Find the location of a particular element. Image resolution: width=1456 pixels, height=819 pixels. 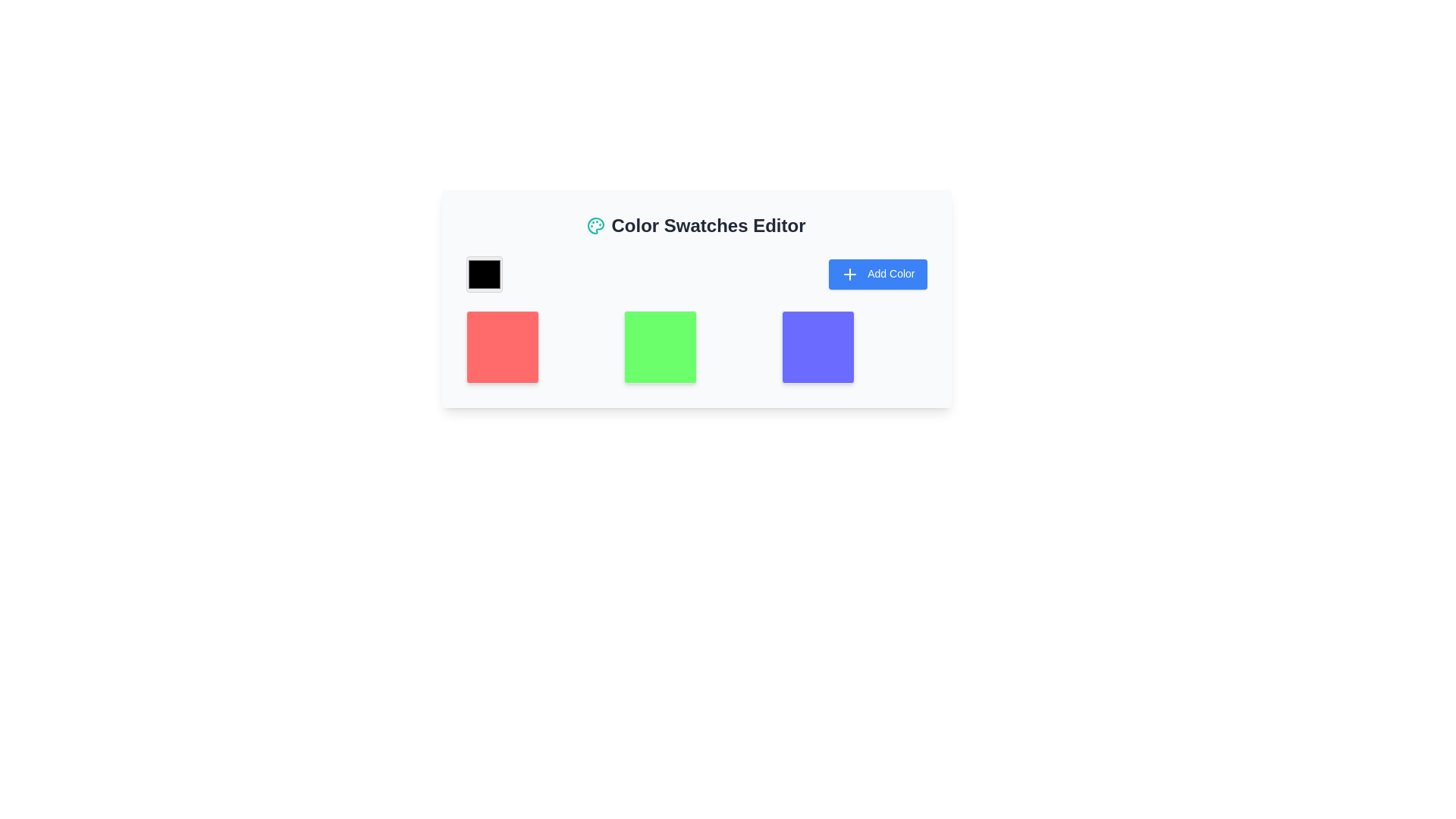

the delete button located at the top right of the blue color swatch to trigger visual feedback is located at coordinates (911, 325).